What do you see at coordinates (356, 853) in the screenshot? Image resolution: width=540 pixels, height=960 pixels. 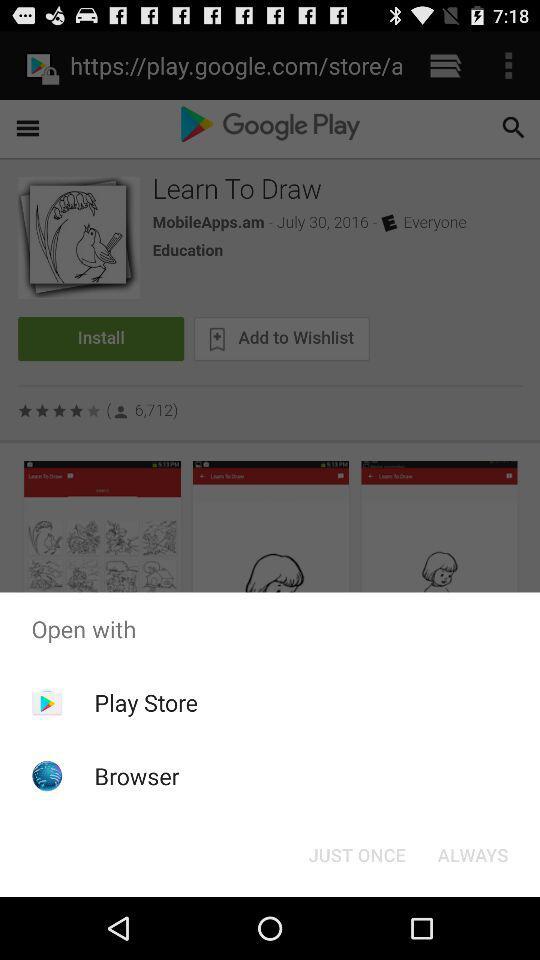 I see `button next to always item` at bounding box center [356, 853].